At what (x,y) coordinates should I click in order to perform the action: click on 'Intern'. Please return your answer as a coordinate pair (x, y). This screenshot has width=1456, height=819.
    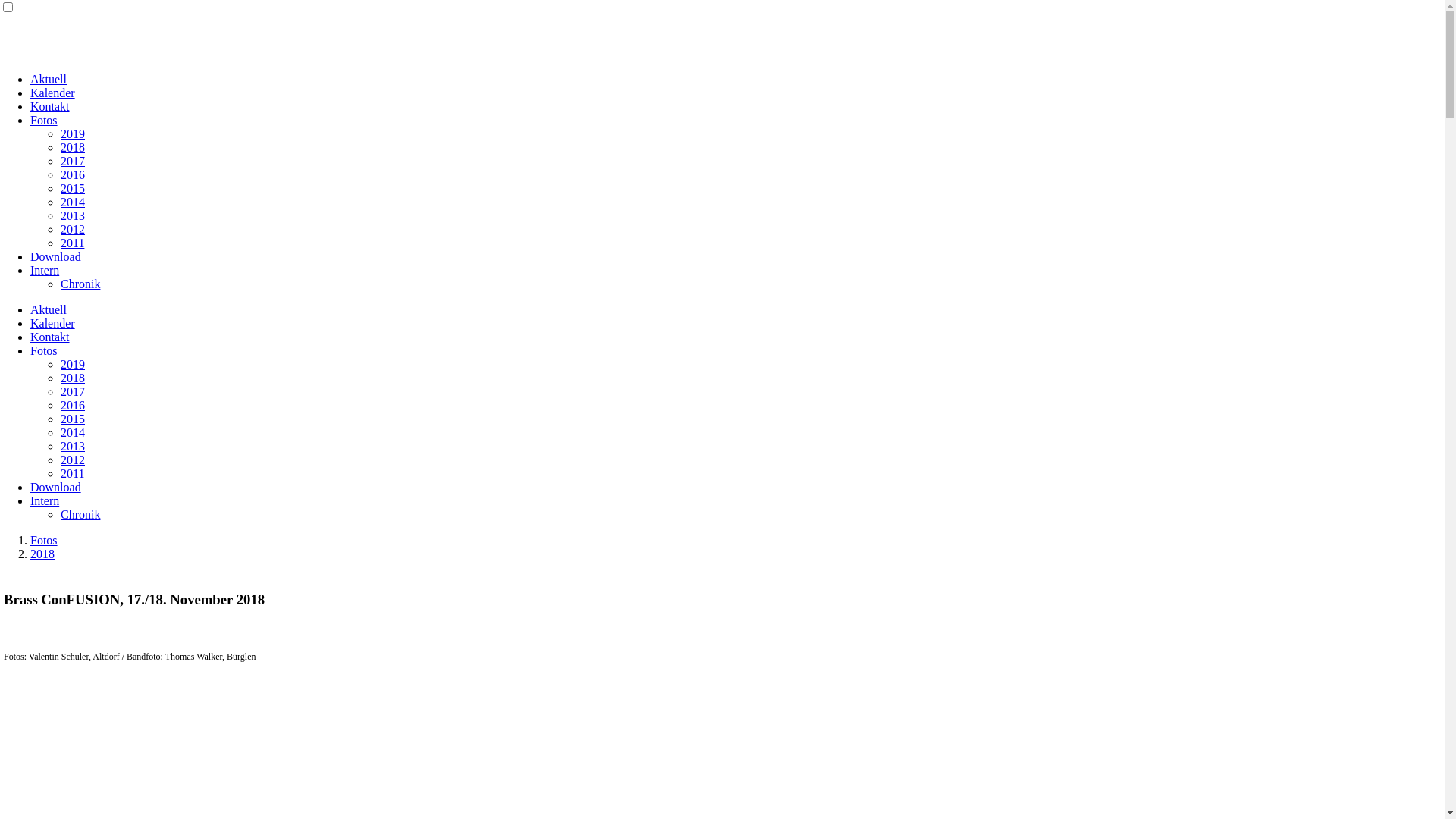
    Looking at the image, I should click on (44, 500).